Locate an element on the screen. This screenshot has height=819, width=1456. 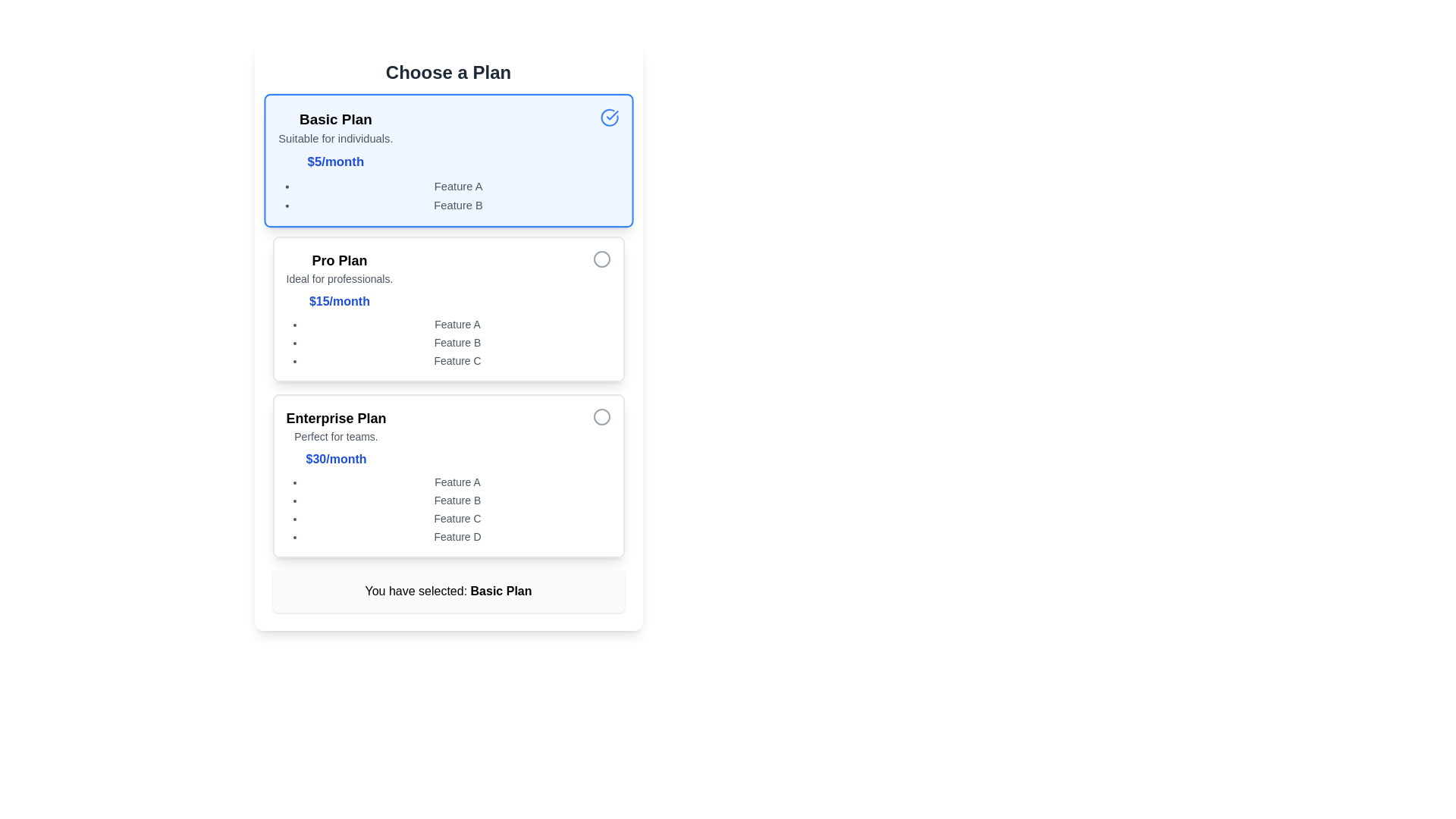
the third item in the vertically stacked list of features under the 'Pro Plan' section in the middle card of the layout is located at coordinates (457, 360).